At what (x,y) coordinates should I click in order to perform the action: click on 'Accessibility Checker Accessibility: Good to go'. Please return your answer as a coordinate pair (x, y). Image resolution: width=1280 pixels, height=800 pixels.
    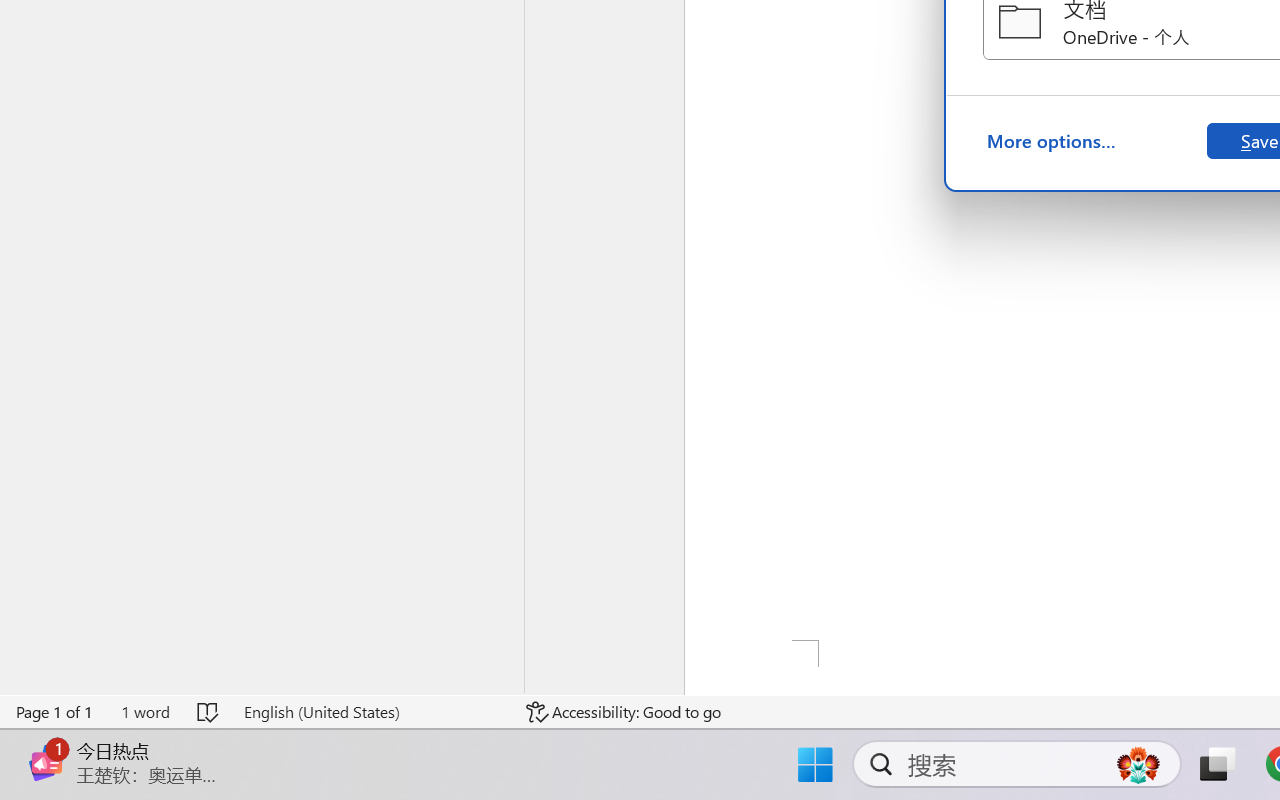
    Looking at the image, I should click on (623, 711).